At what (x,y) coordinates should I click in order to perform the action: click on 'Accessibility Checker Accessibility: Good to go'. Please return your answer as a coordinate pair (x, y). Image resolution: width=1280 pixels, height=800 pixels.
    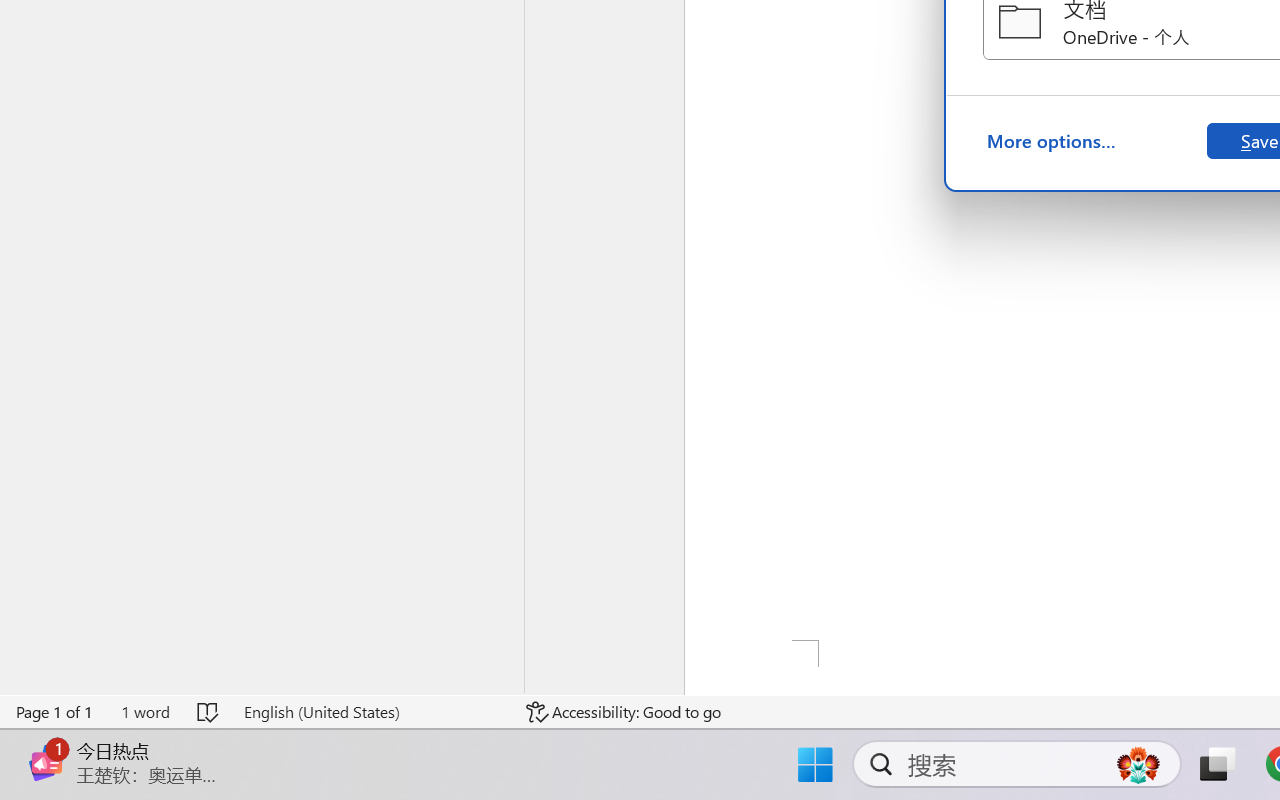
    Looking at the image, I should click on (623, 711).